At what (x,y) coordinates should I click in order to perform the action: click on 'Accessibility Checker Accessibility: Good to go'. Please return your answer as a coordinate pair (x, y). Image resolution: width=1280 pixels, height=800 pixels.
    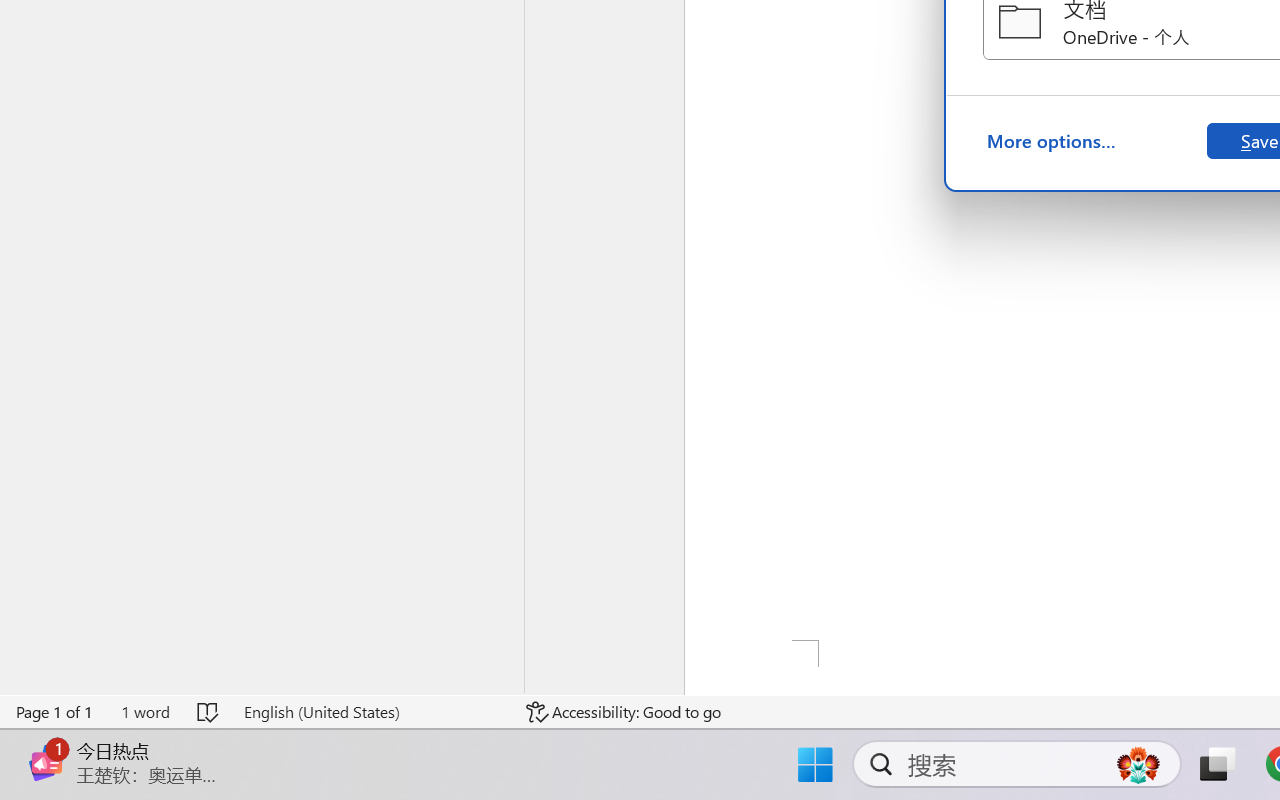
    Looking at the image, I should click on (623, 711).